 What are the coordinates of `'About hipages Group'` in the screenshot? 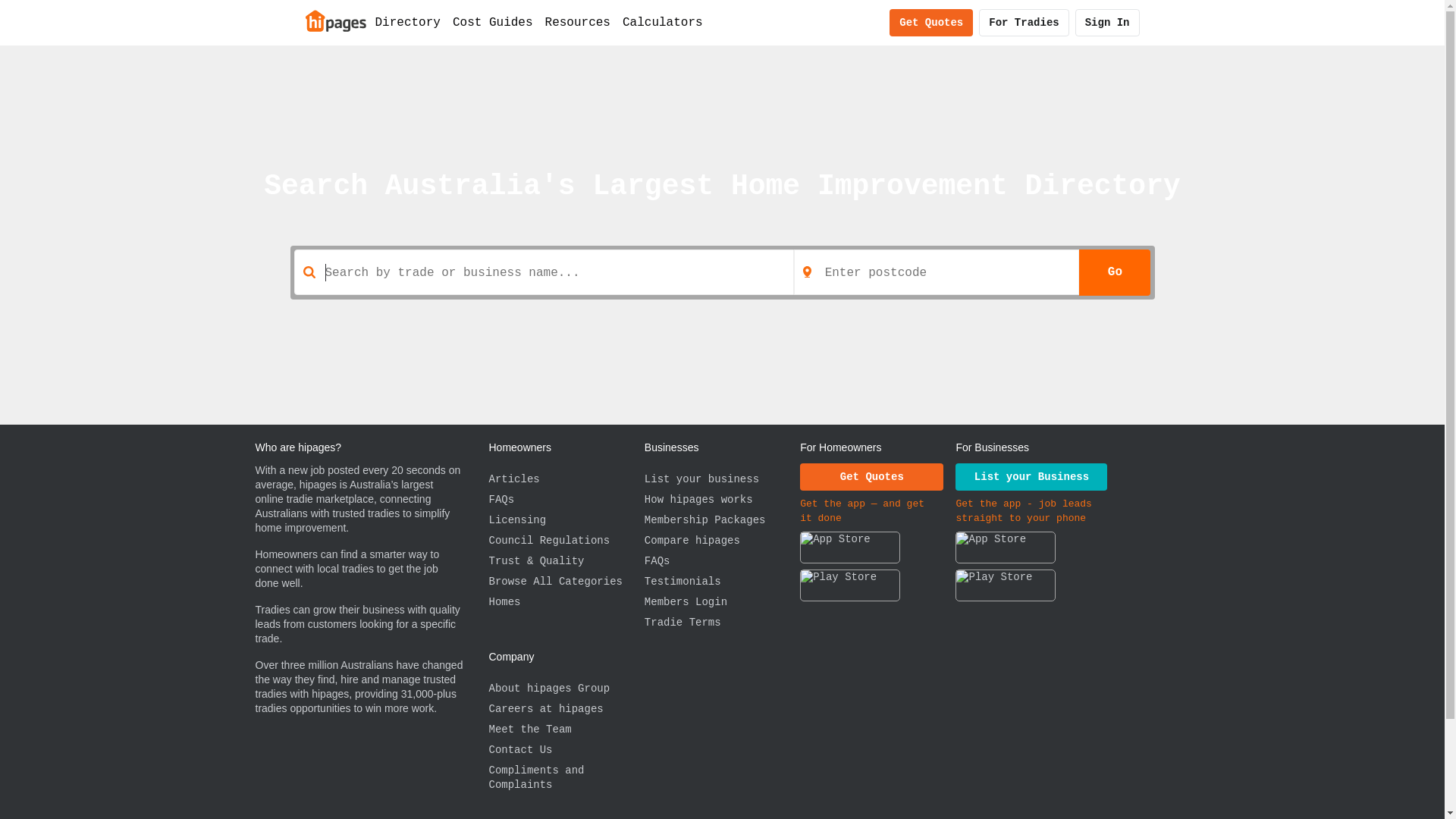 It's located at (565, 689).